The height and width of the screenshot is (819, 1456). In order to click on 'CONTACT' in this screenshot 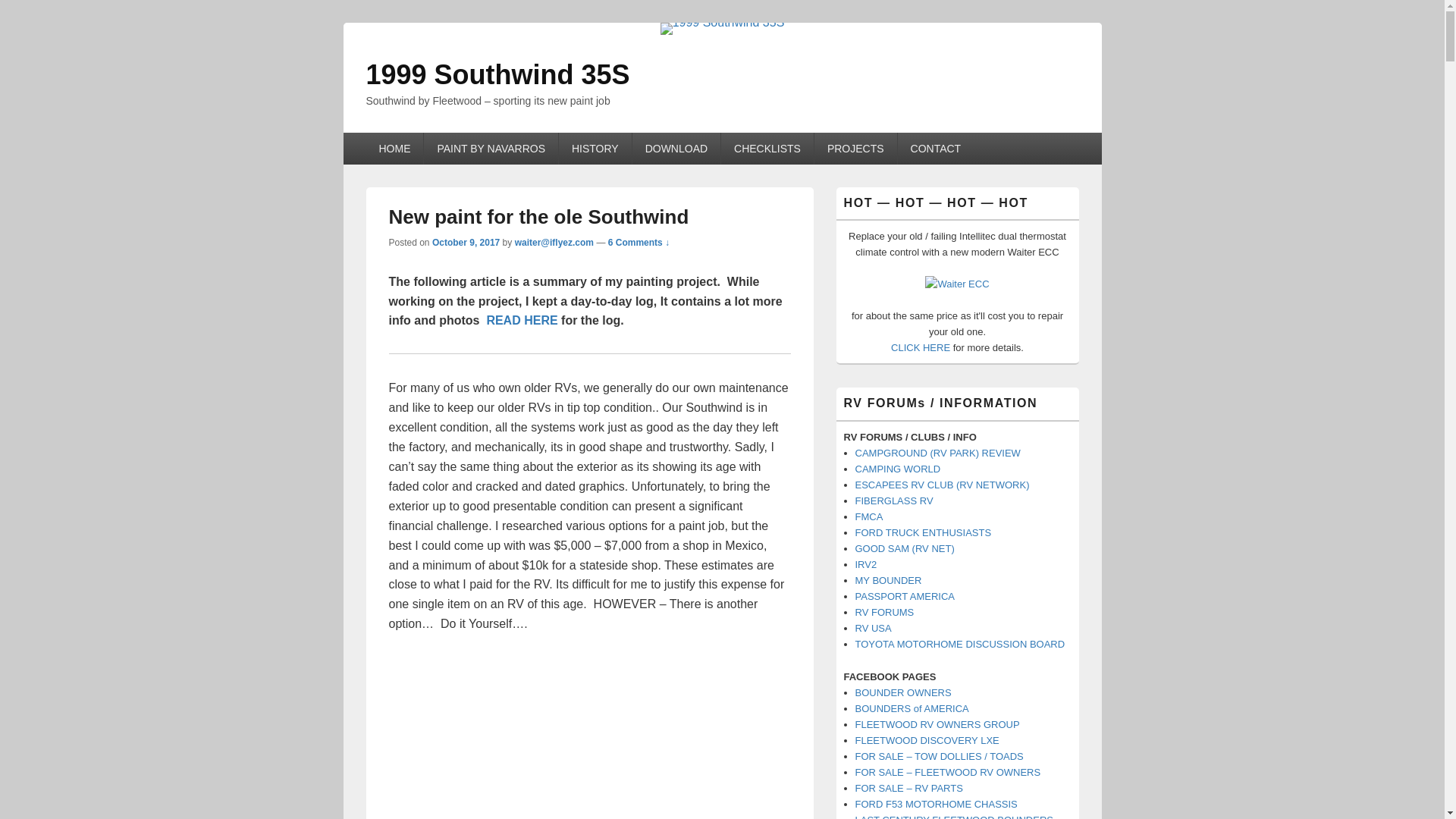, I will do `click(935, 149)`.